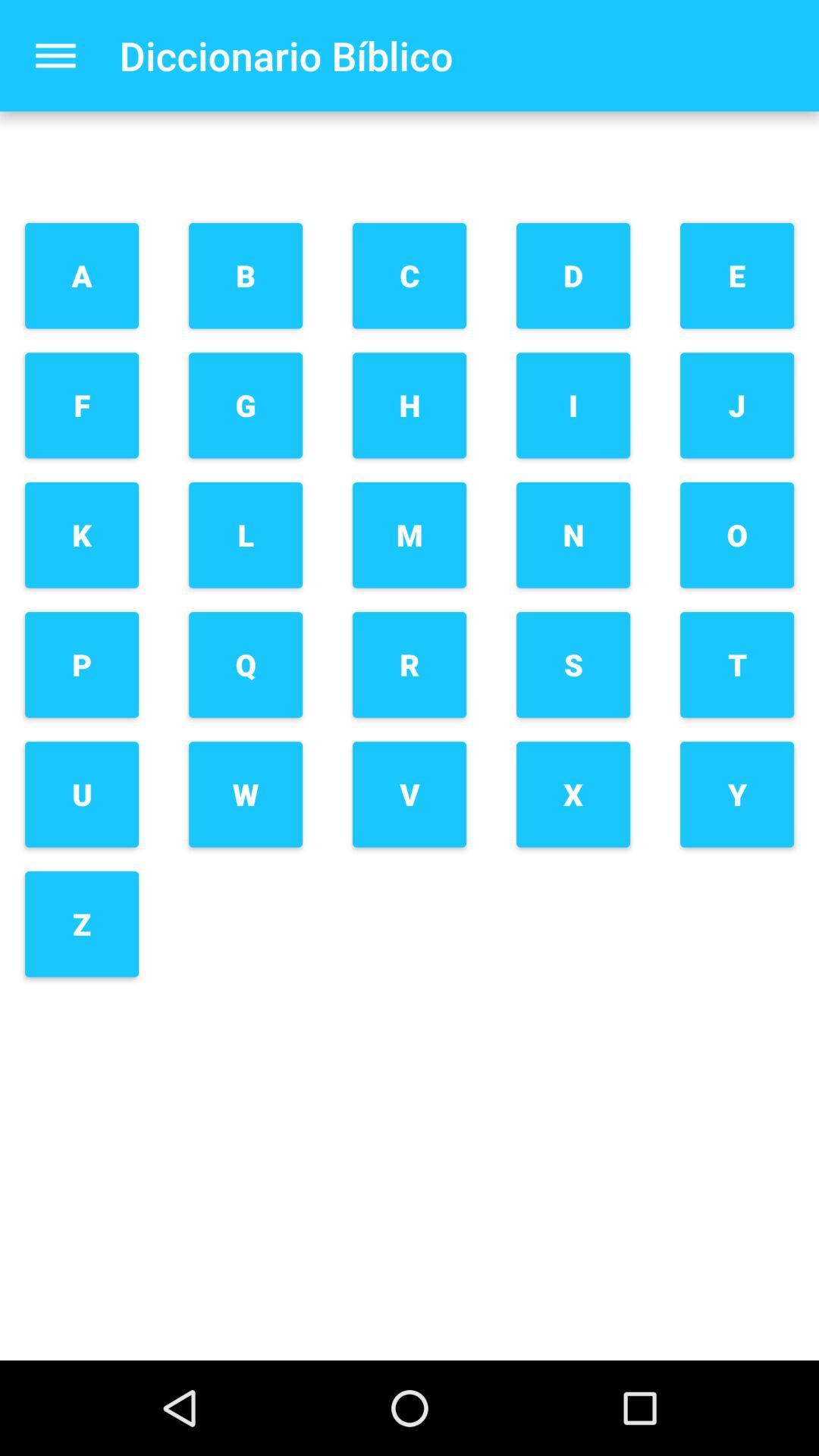 The height and width of the screenshot is (1456, 819). Describe the element at coordinates (736, 275) in the screenshot. I see `the item above j item` at that location.